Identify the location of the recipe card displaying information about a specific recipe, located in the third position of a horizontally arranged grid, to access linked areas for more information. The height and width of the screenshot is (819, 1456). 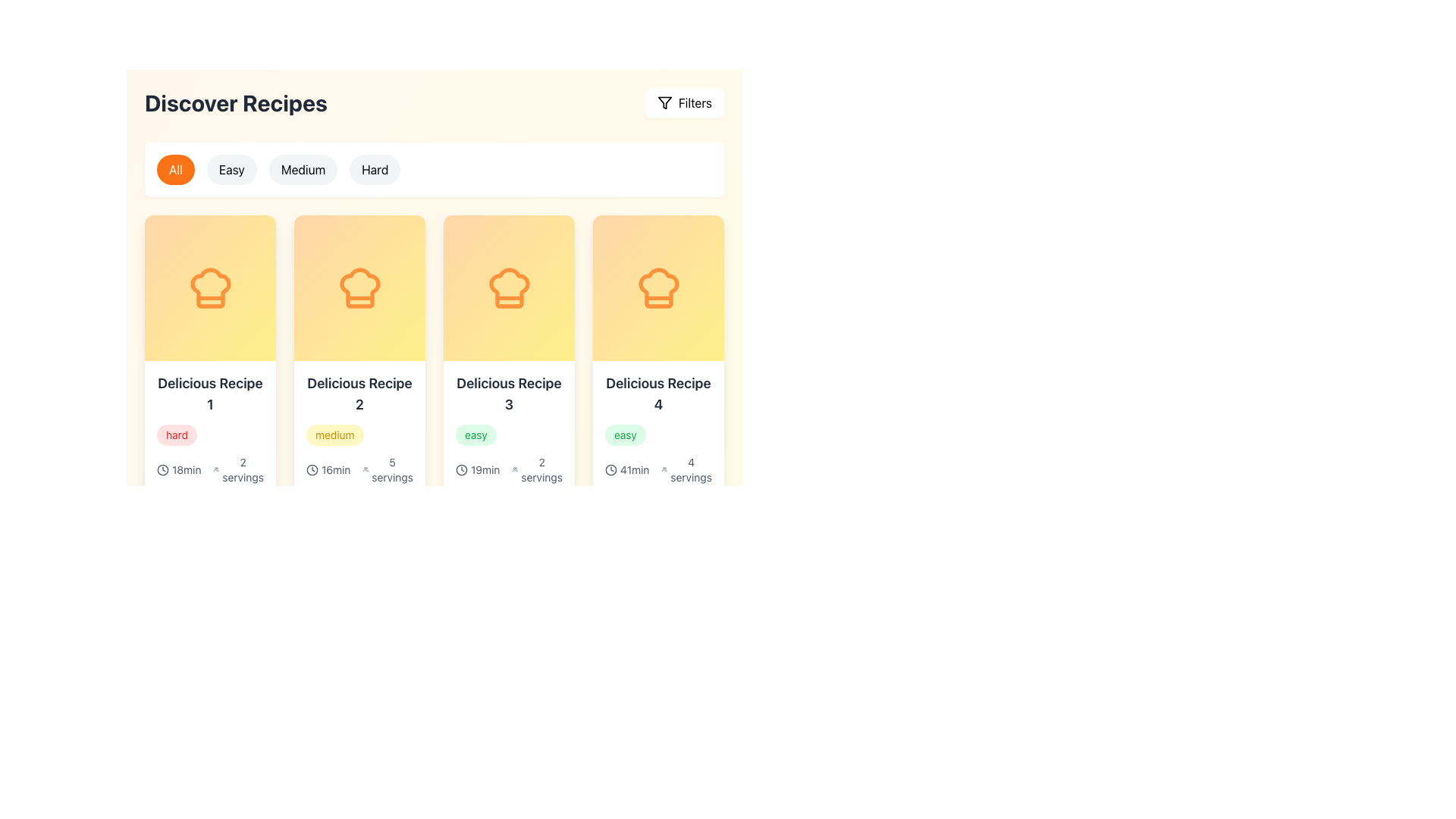
(509, 447).